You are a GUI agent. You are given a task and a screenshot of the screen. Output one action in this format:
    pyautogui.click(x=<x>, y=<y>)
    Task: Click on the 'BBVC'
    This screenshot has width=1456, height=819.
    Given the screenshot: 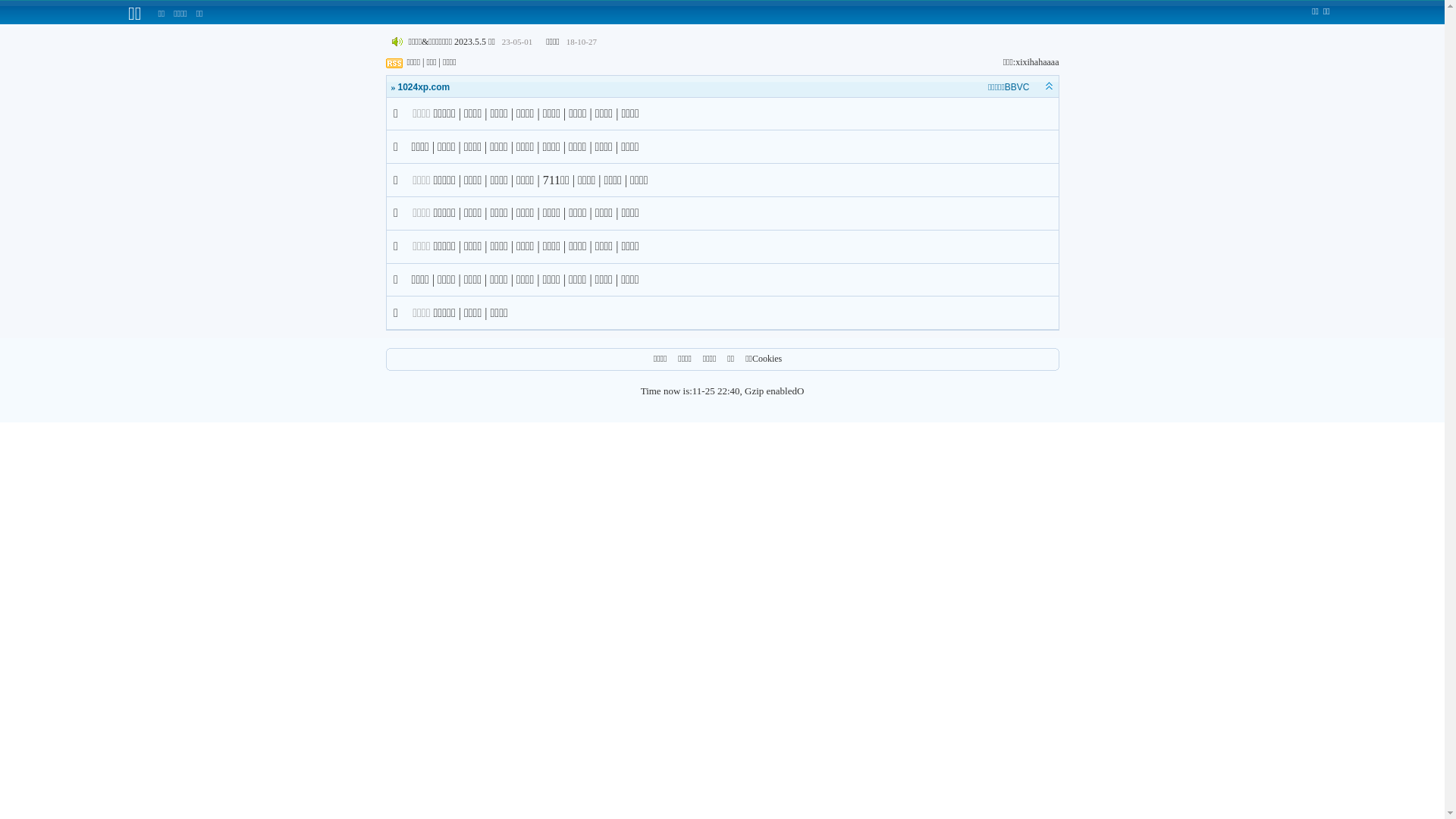 What is the action you would take?
    pyautogui.click(x=1017, y=87)
    